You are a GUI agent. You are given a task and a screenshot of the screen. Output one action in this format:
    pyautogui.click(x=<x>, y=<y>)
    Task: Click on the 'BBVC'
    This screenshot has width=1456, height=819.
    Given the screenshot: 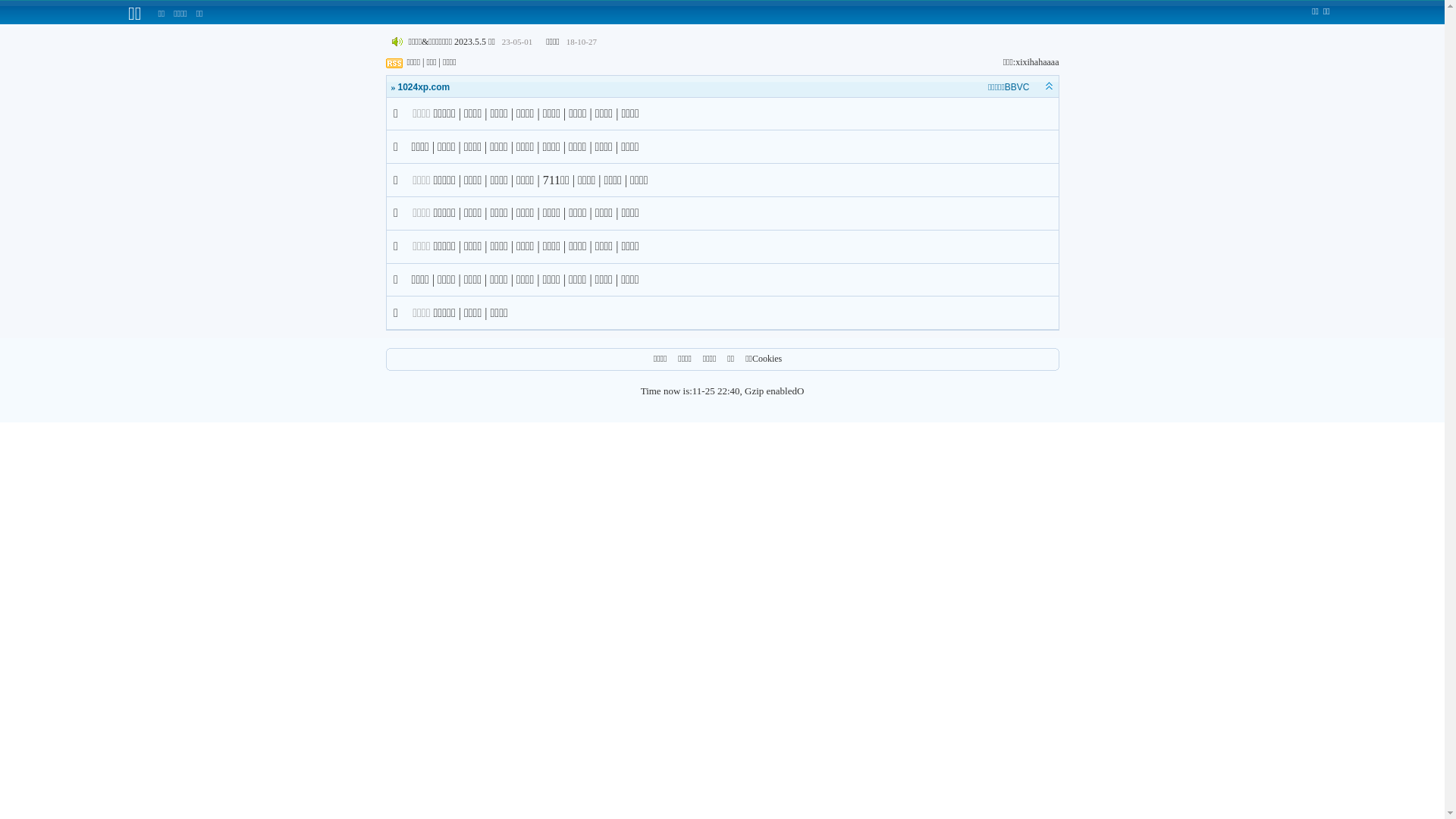 What is the action you would take?
    pyautogui.click(x=1017, y=87)
    